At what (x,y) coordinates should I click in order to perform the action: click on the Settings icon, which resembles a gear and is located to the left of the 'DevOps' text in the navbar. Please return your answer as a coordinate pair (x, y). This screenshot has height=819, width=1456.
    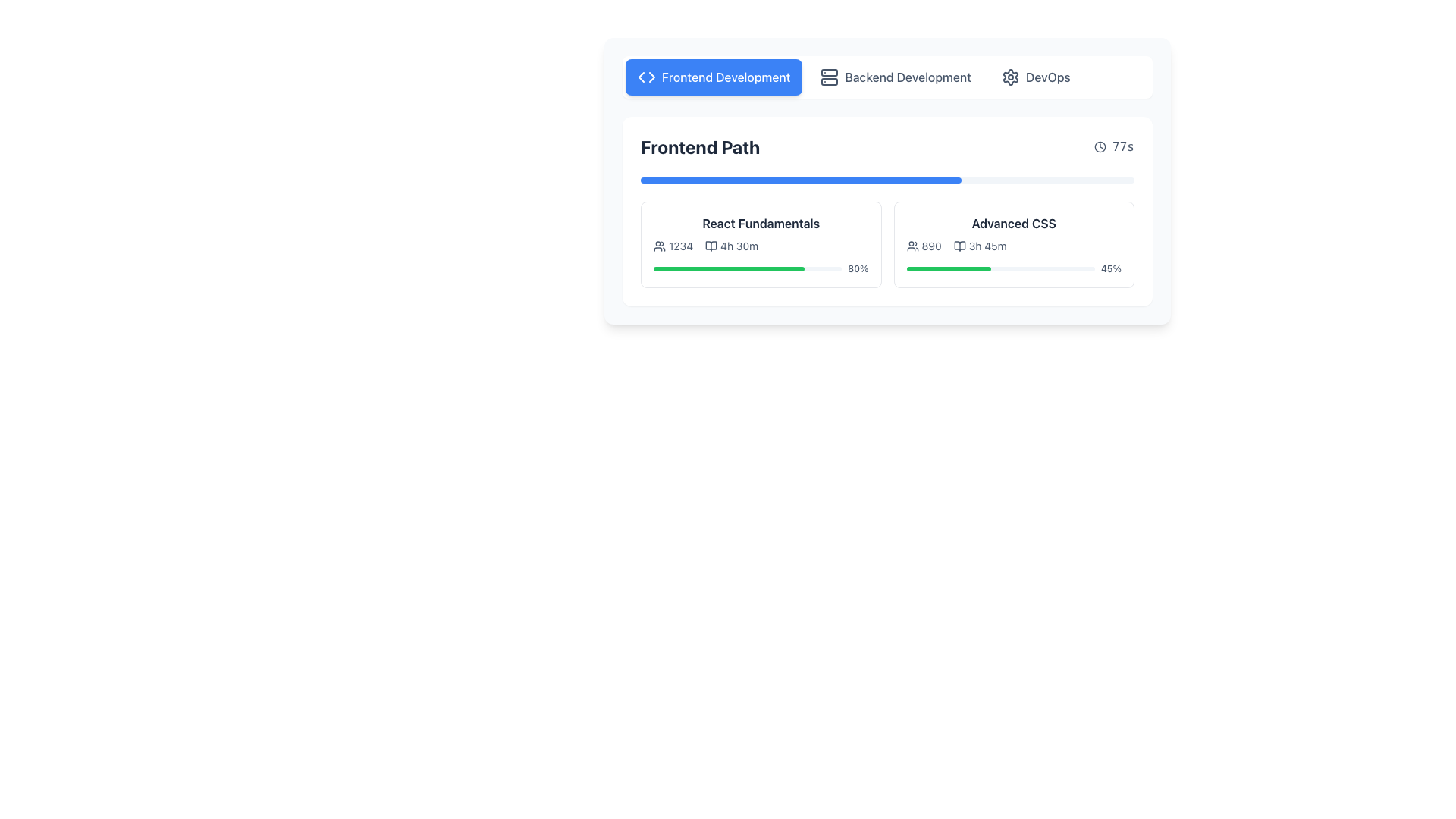
    Looking at the image, I should click on (1010, 77).